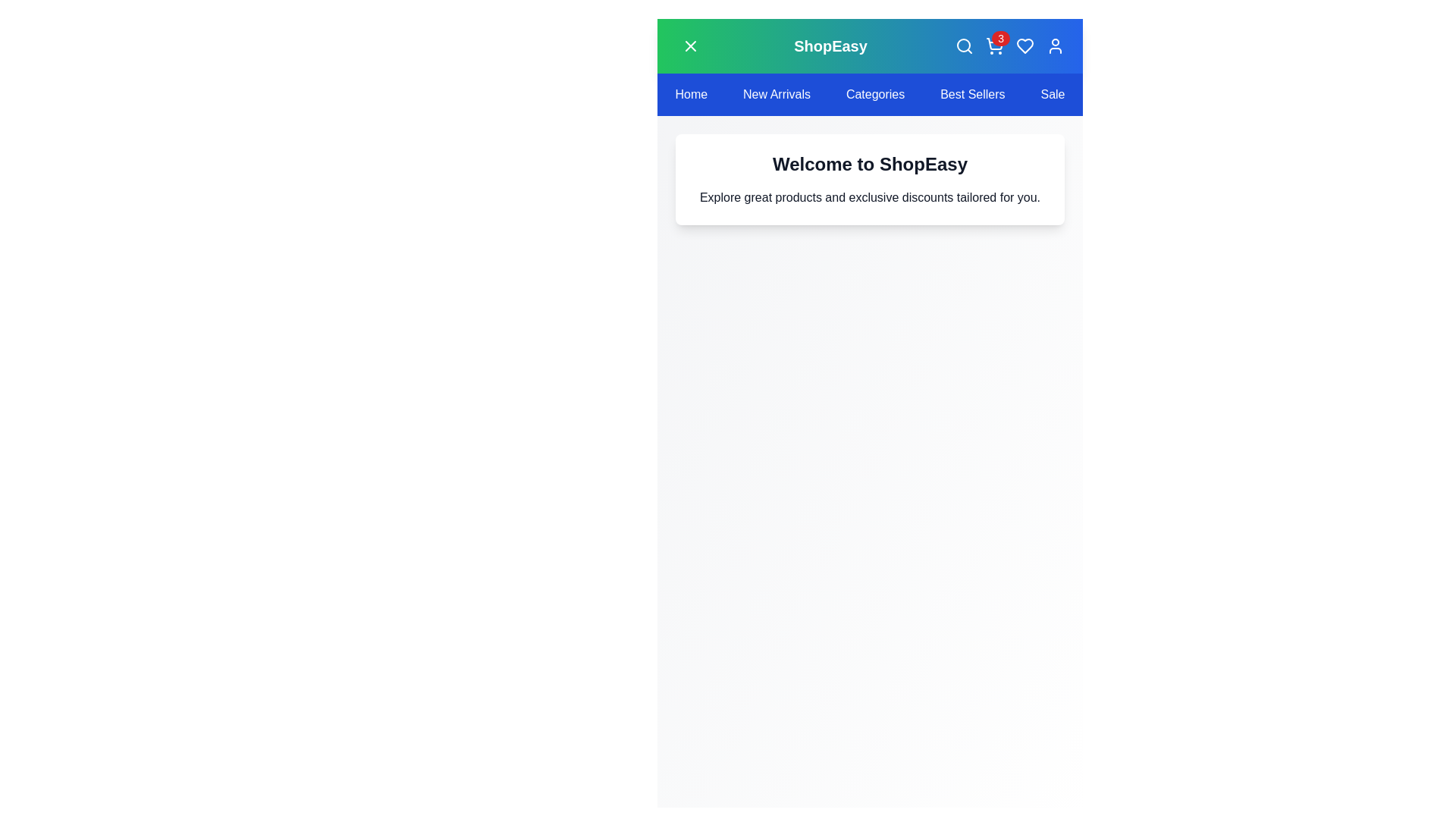 The width and height of the screenshot is (1456, 819). Describe the element at coordinates (875, 94) in the screenshot. I see `the navbar item labeled 'Categories' to navigate to the corresponding section` at that location.